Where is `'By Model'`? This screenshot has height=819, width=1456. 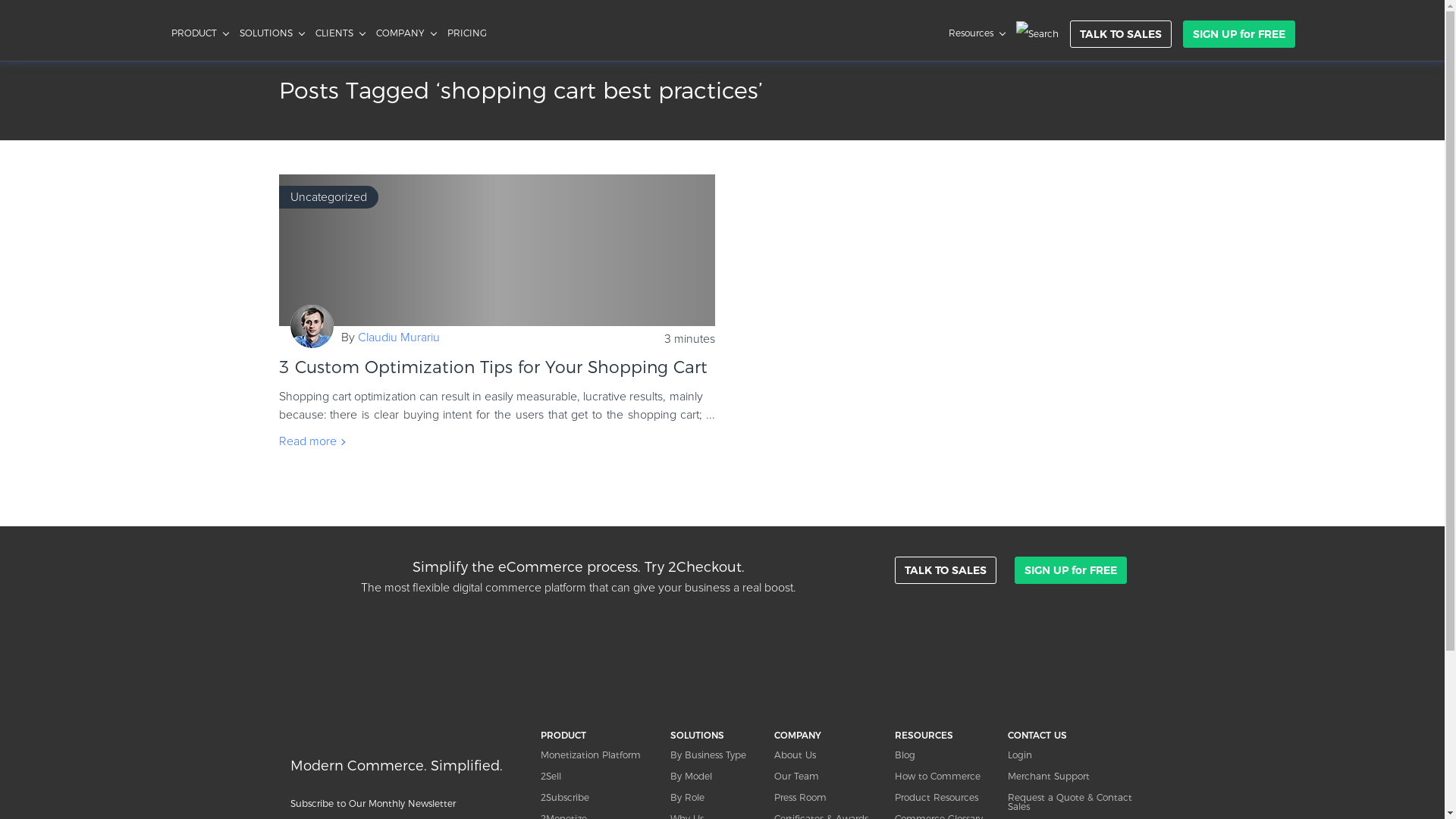 'By Model' is located at coordinates (712, 776).